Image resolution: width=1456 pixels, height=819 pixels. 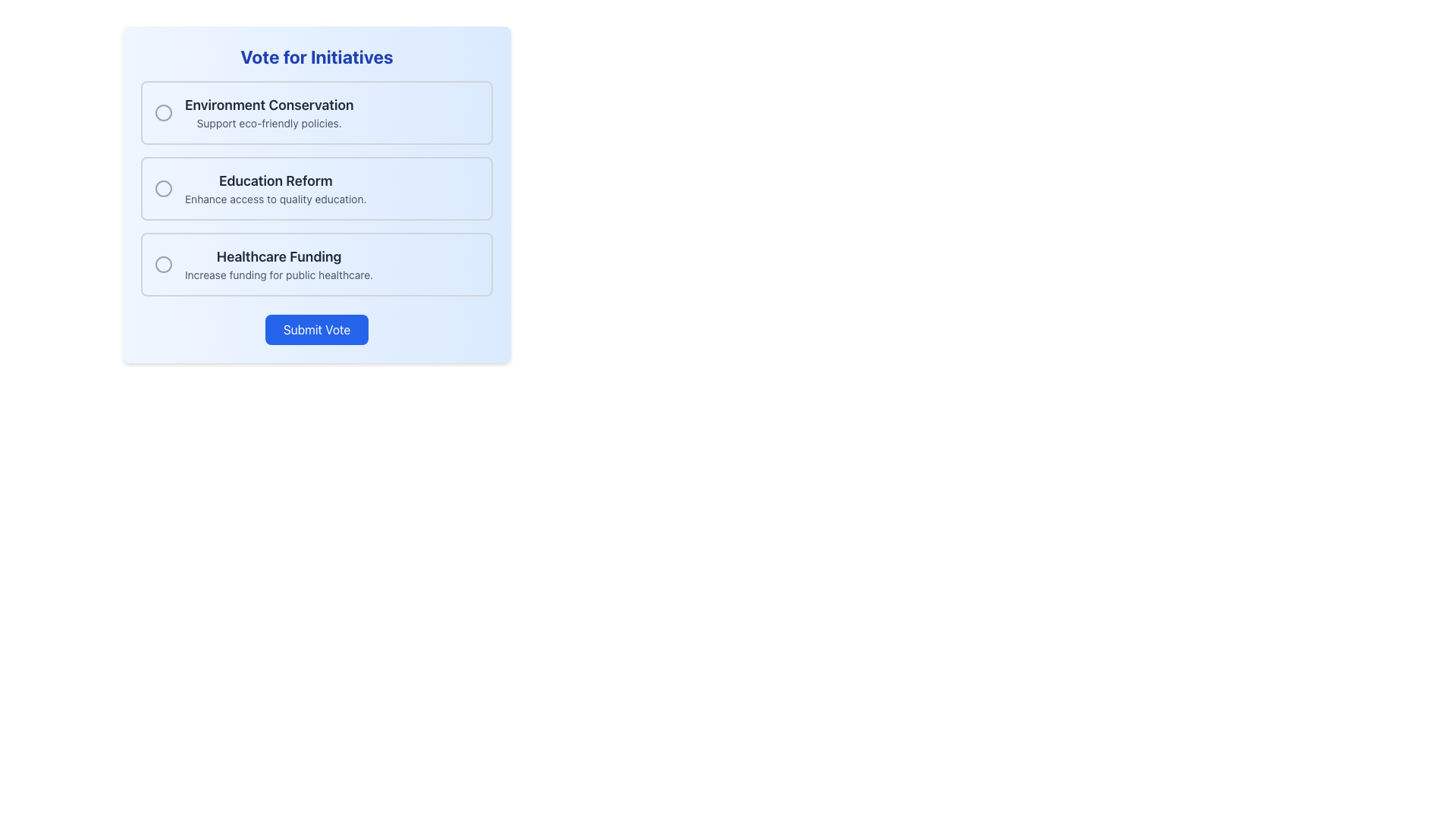 I want to click on the 'Education Reform' text label, which is styled in bold and dark gray, positioned as the title of the second option group in the vertical list, so click(x=275, y=180).